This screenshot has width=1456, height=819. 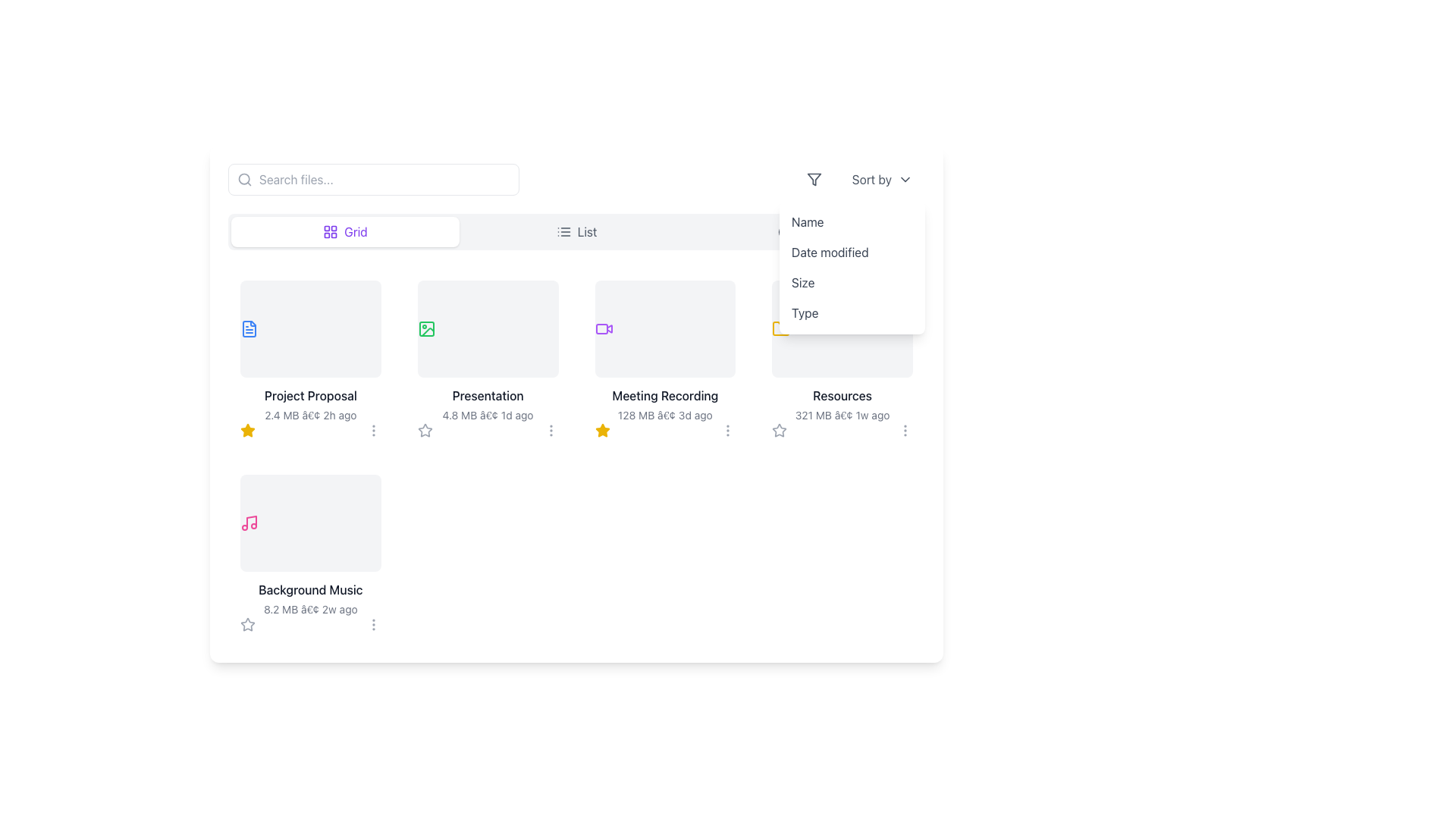 What do you see at coordinates (488, 359) in the screenshot?
I see `the 'Presentation' file card in the grid layout` at bounding box center [488, 359].